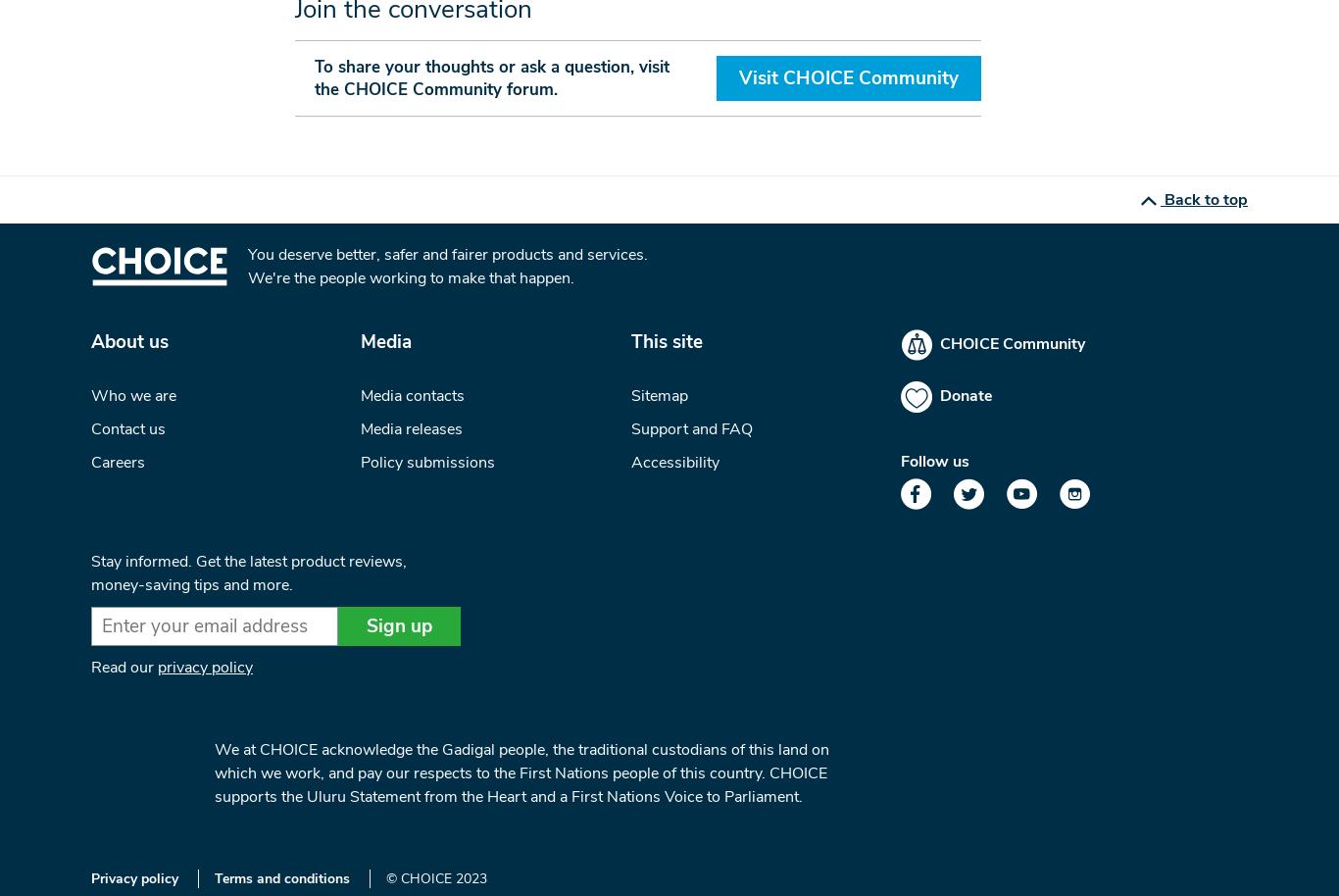 The height and width of the screenshot is (896, 1339). Describe the element at coordinates (846, 76) in the screenshot. I see `'Visit CHOICE Community'` at that location.